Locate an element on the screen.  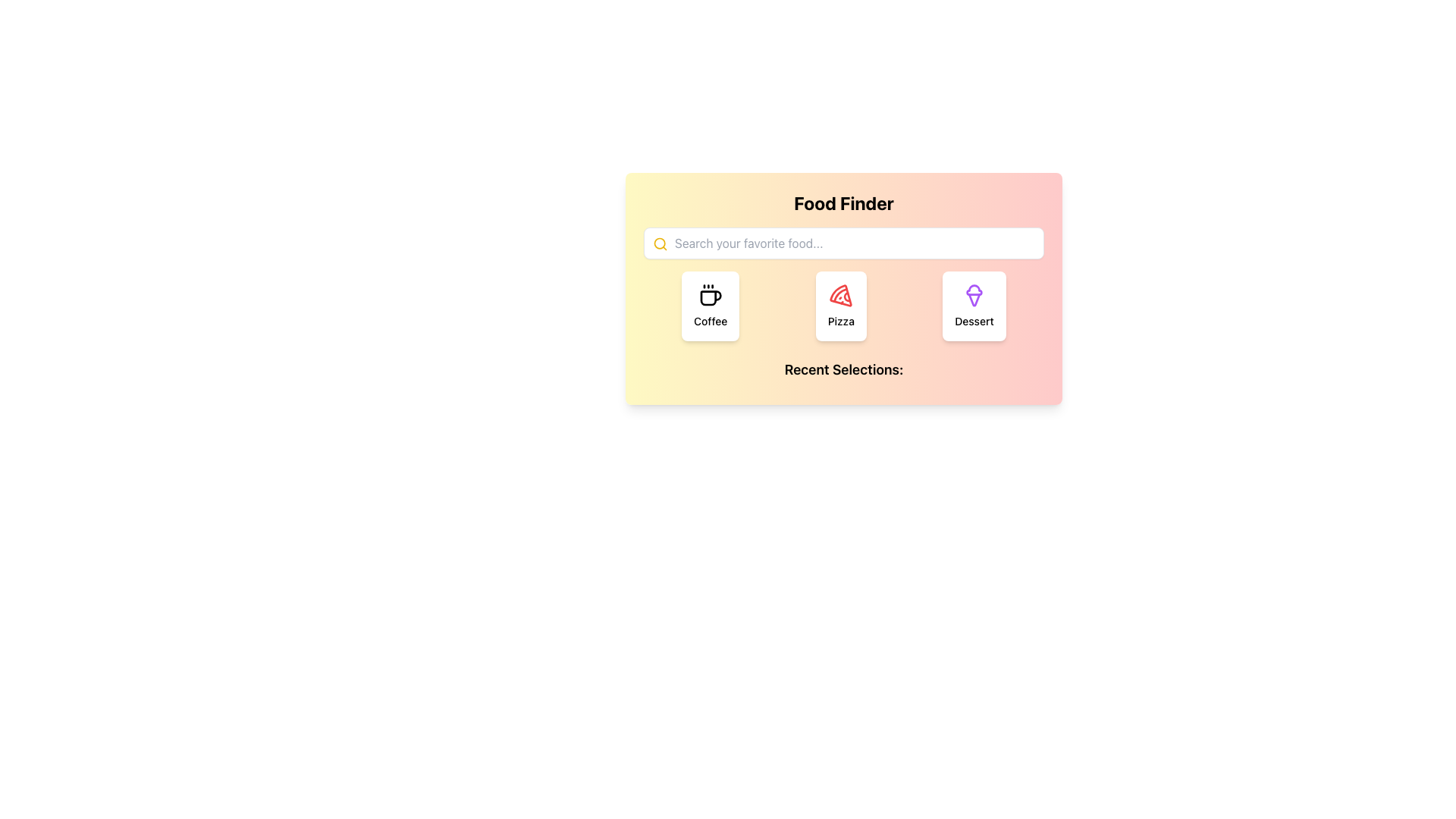
the pizza icon located at the top-left corner of the 'Pizza' section, which represents a selectable option for pizza-related features is located at coordinates (840, 295).